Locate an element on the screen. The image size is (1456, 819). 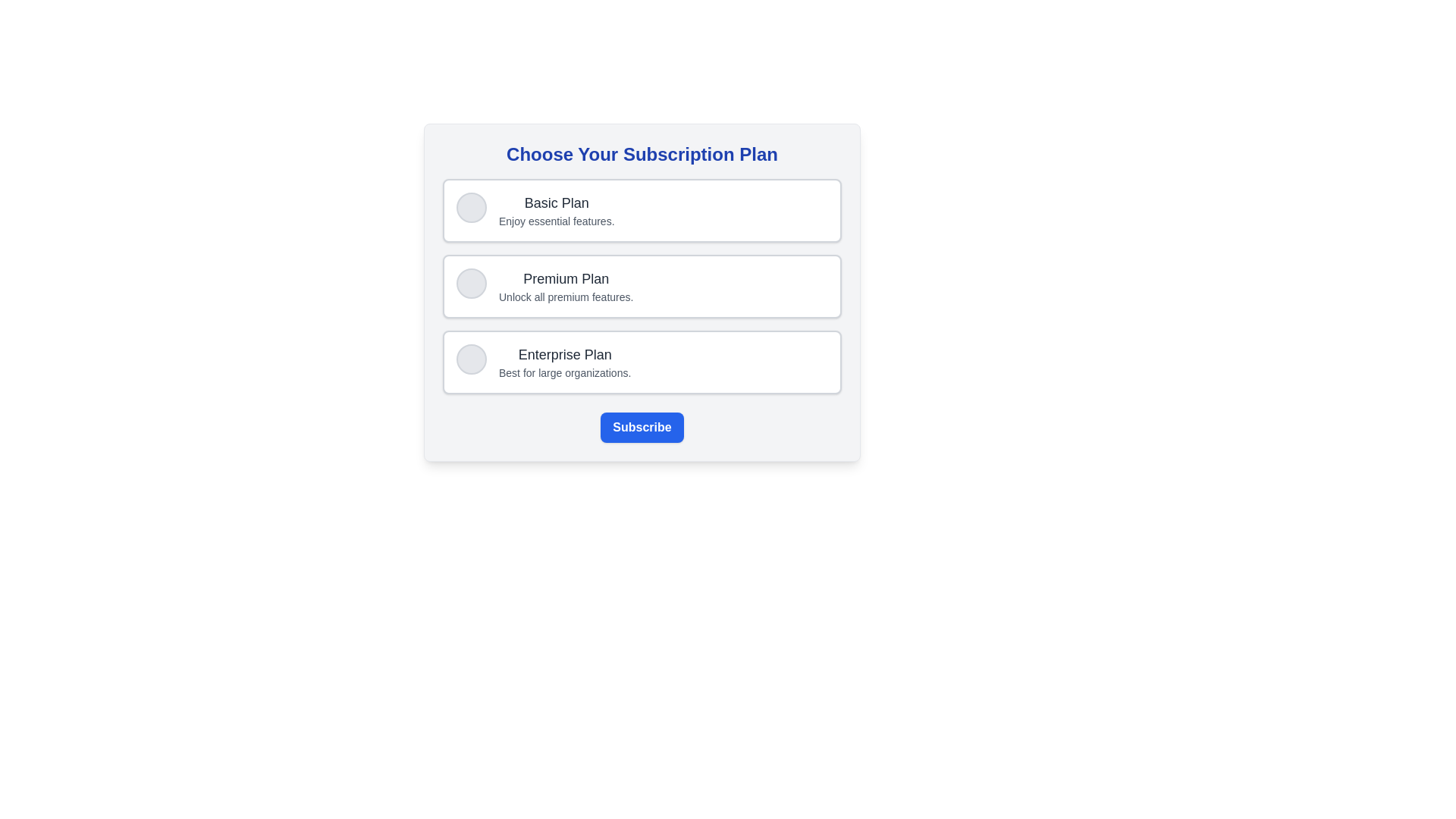
information in the Text block that describes the 'Enterprise Plan', located below the 'Premium Plan' in the subscription plans list is located at coordinates (564, 362).